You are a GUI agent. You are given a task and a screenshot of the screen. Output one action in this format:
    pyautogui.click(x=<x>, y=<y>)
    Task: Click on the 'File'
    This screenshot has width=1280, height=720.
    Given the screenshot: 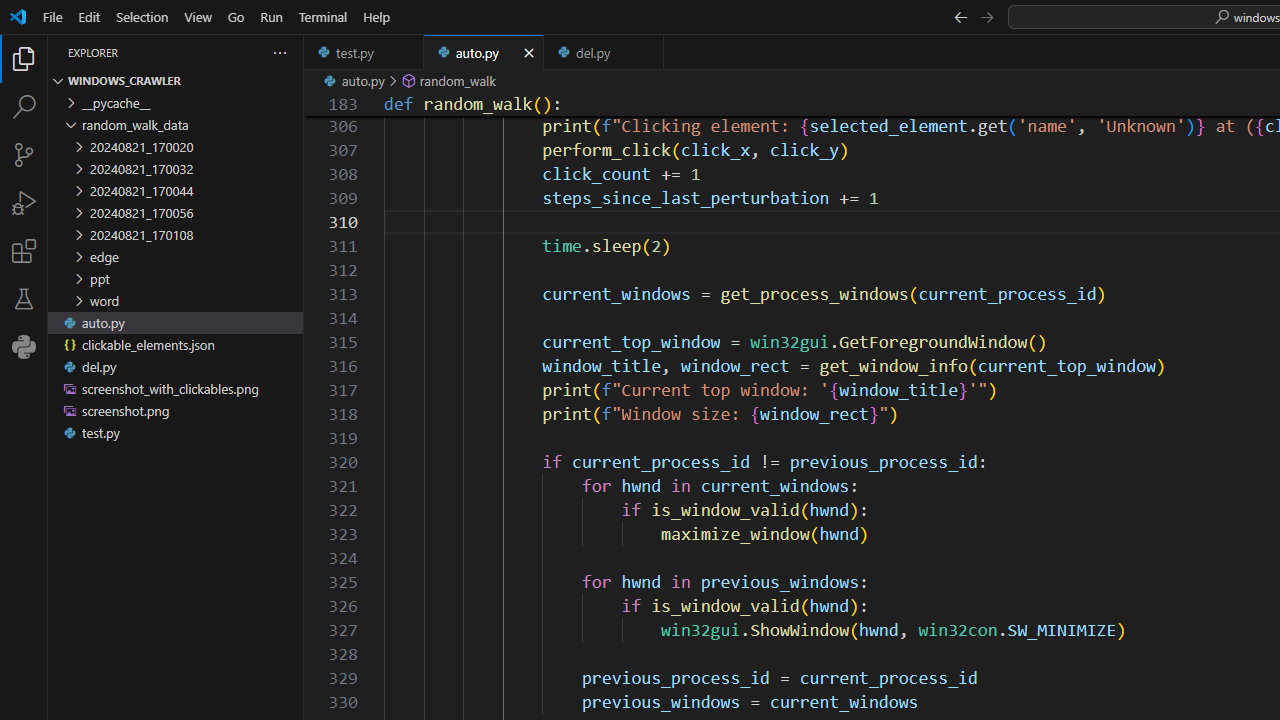 What is the action you would take?
    pyautogui.click(x=52, y=16)
    